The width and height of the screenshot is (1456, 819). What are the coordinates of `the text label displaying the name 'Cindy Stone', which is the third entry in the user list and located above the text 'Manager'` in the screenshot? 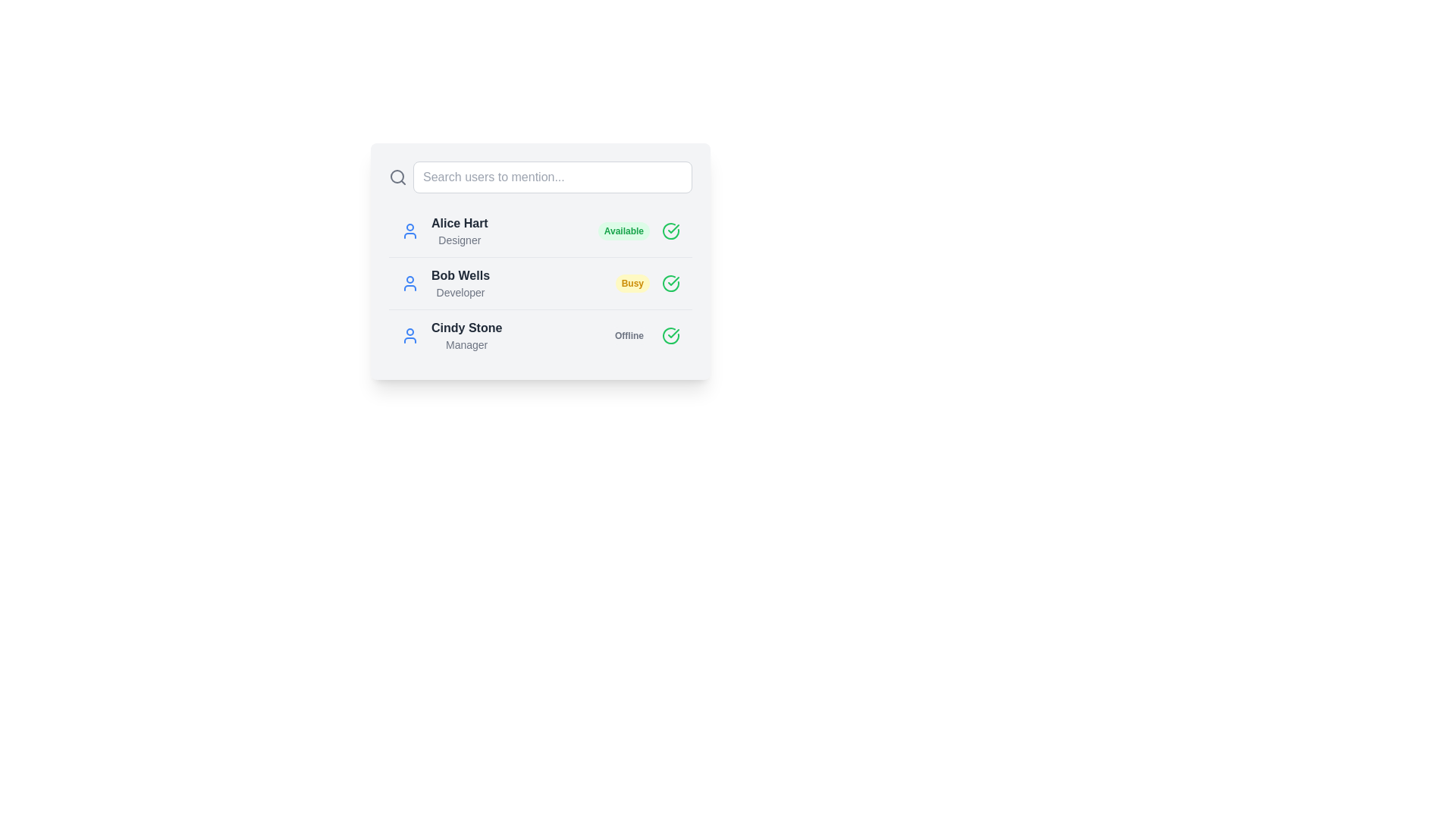 It's located at (466, 327).